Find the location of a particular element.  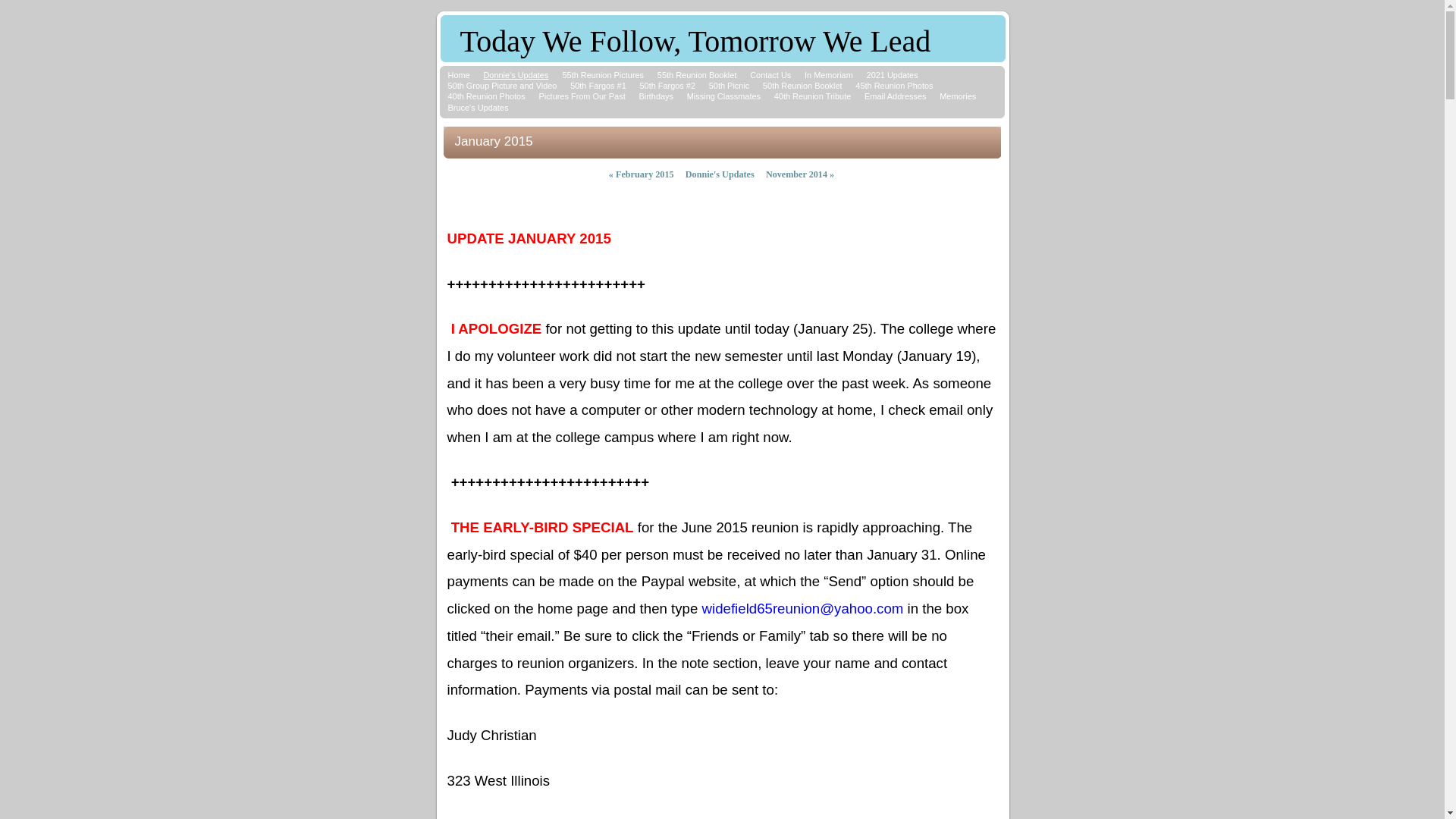

'50th Reunion Booklet' is located at coordinates (763, 85).